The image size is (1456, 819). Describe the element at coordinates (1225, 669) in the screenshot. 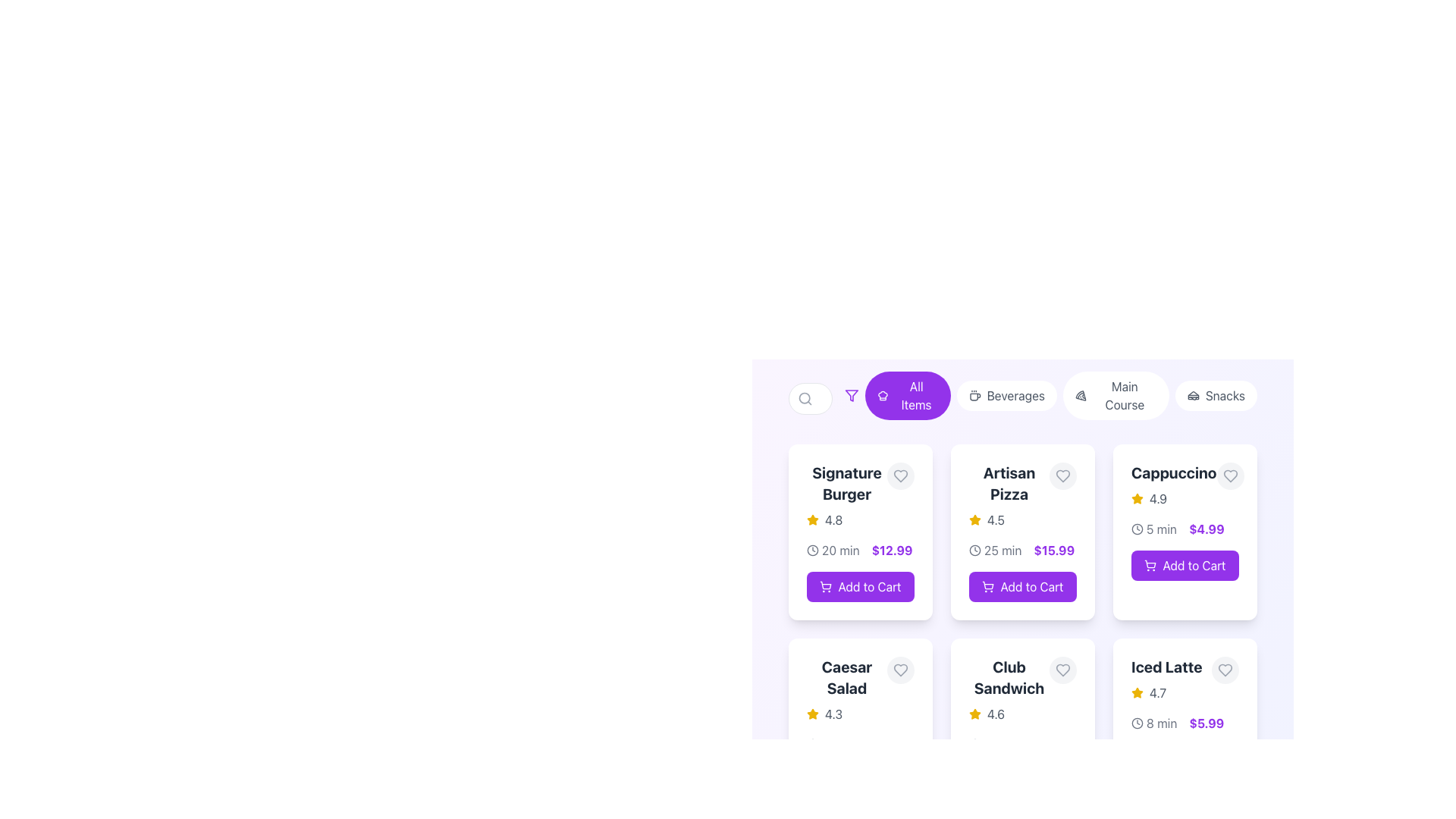

I see `the heart icon within the circular, soft gray button located at the top-right corner of the 'Iced Latte' product card to mark or unmark it as a favorite` at that location.